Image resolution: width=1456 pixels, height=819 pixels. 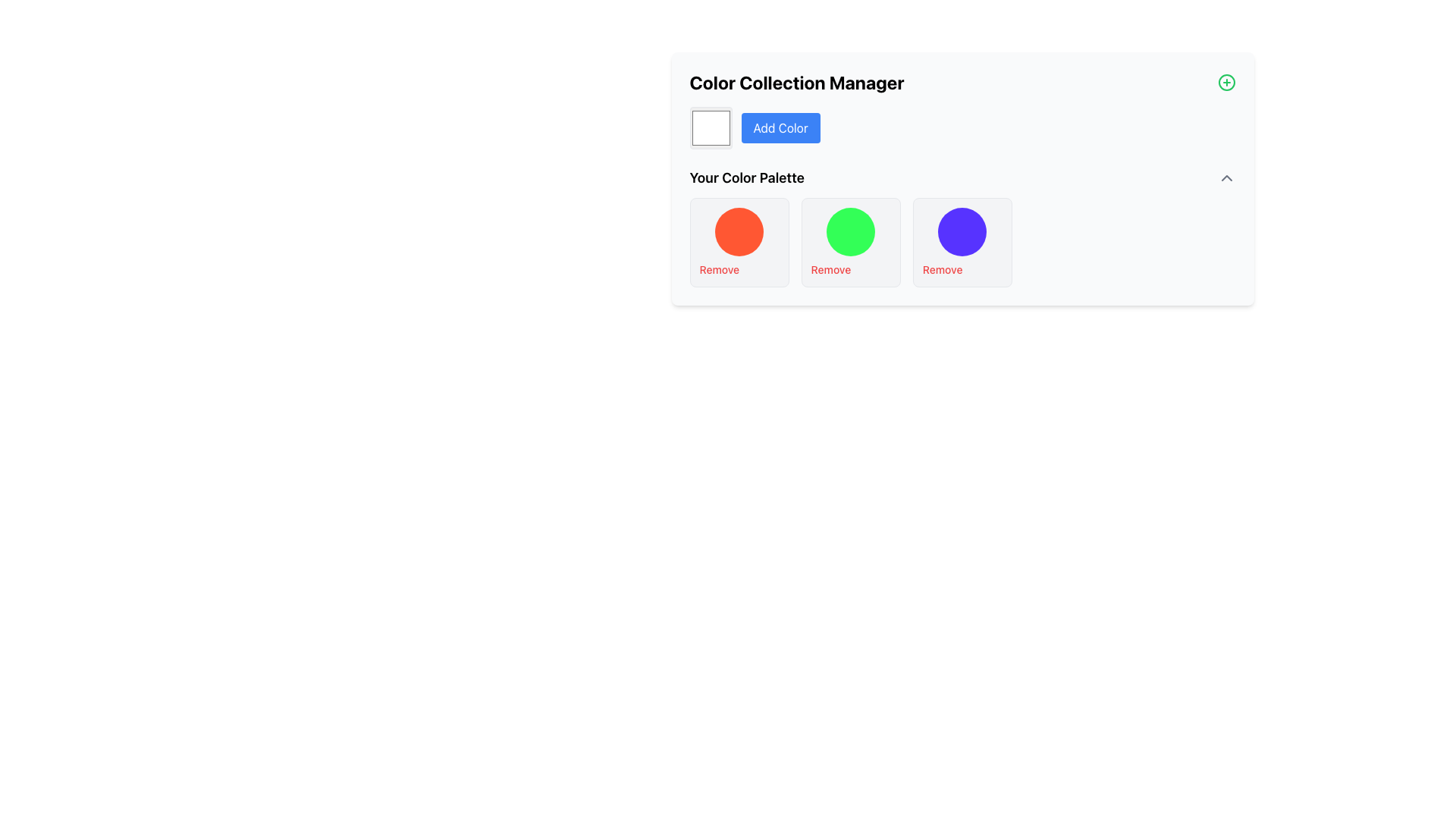 I want to click on the button located at the far-right corner of the header bar labeled 'Color Collection Manager', so click(x=1226, y=82).